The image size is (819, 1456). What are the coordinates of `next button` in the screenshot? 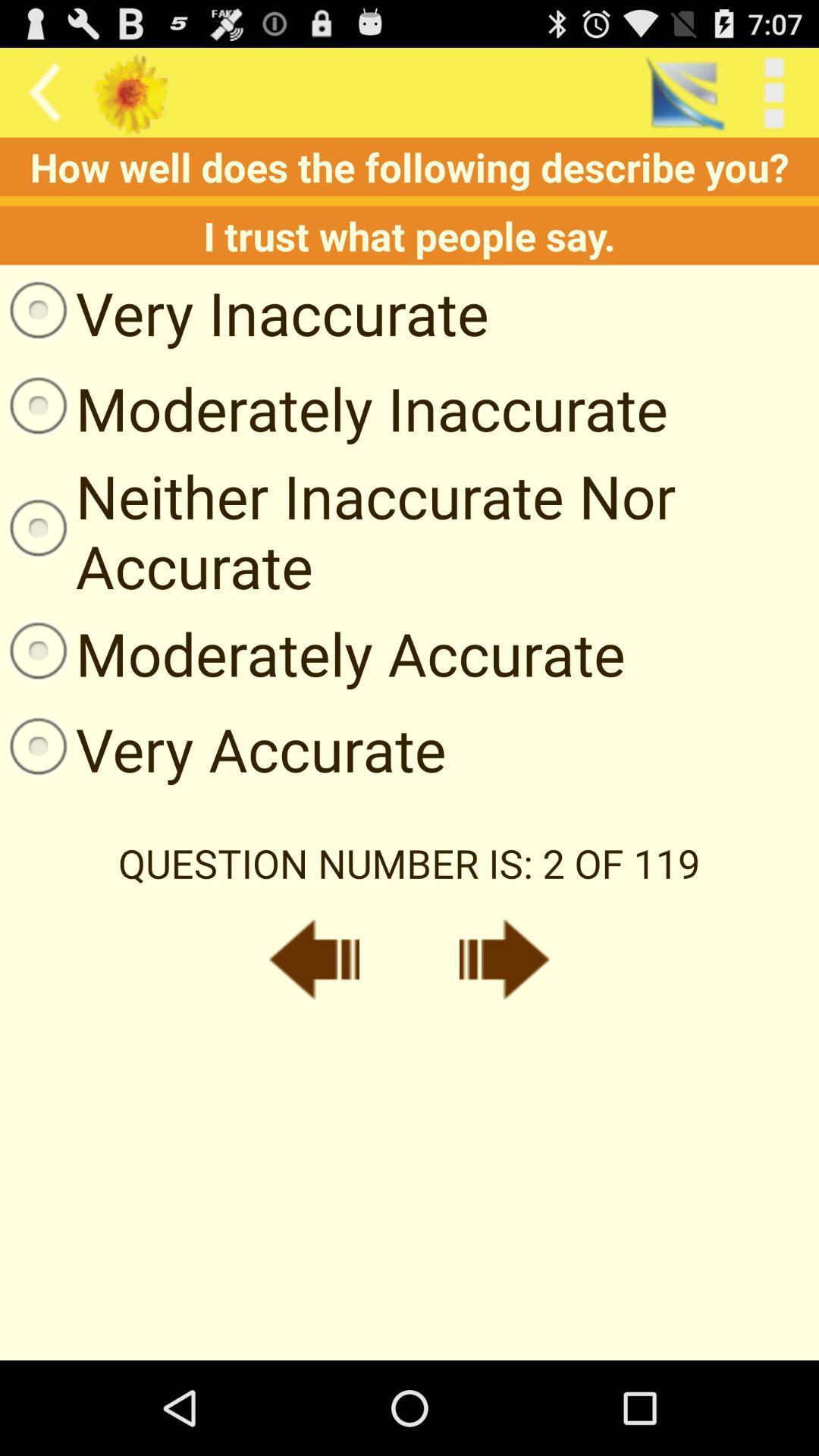 It's located at (504, 959).